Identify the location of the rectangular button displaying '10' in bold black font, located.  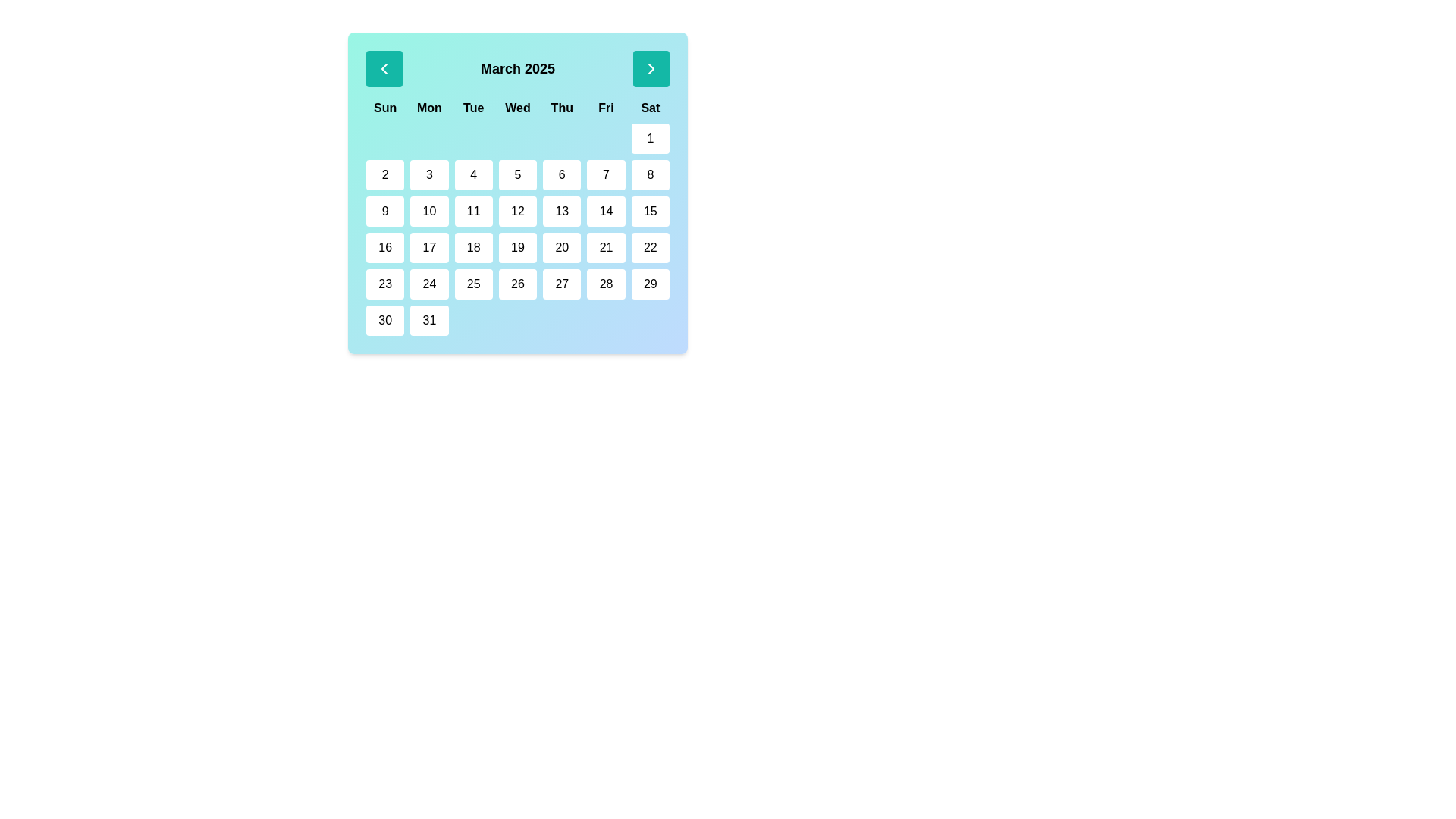
(428, 211).